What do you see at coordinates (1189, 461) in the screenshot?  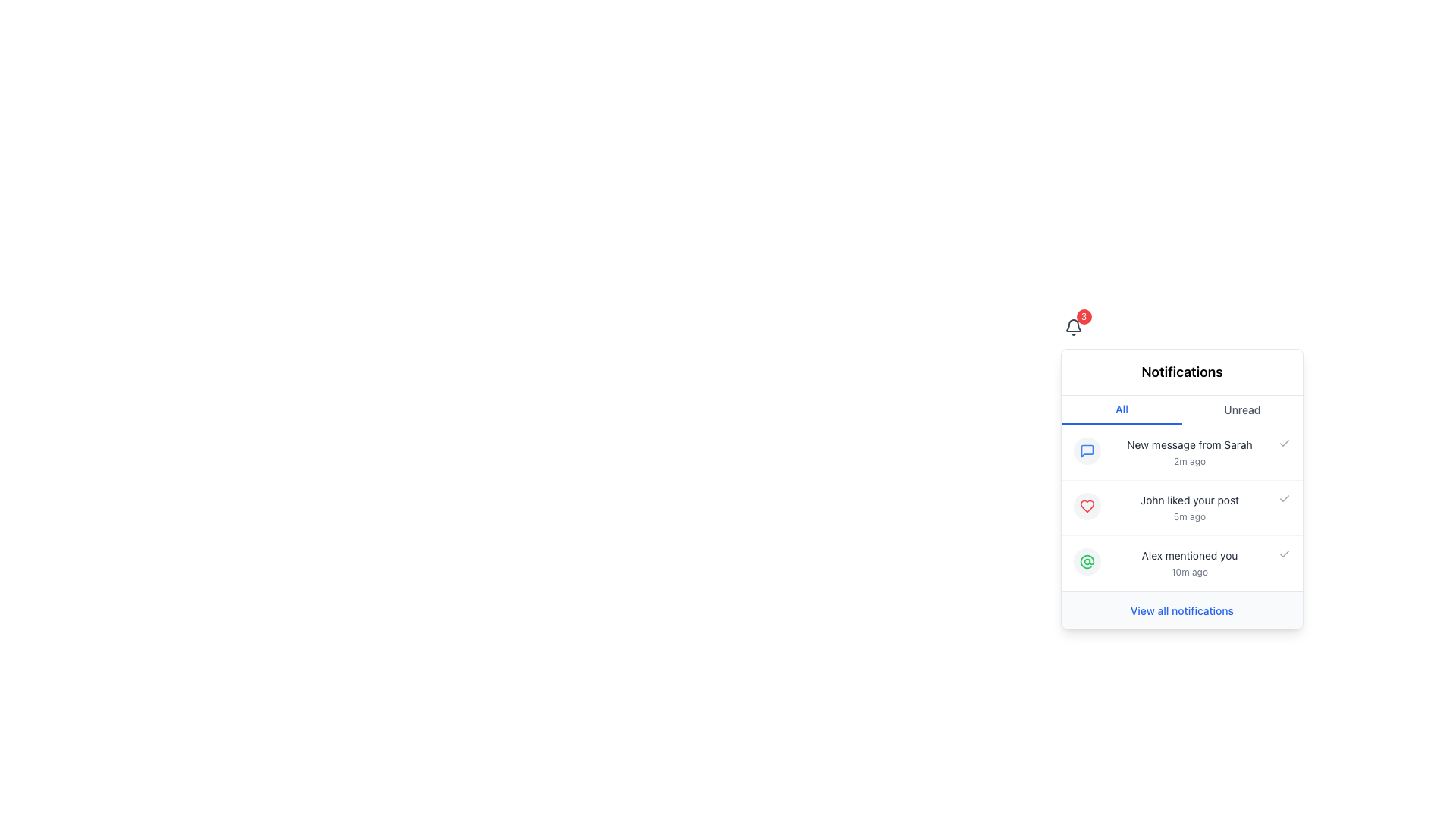 I see `the text label displaying '2m ago', which is a smaller gray font located below the main text 'New message from Sarah'` at bounding box center [1189, 461].